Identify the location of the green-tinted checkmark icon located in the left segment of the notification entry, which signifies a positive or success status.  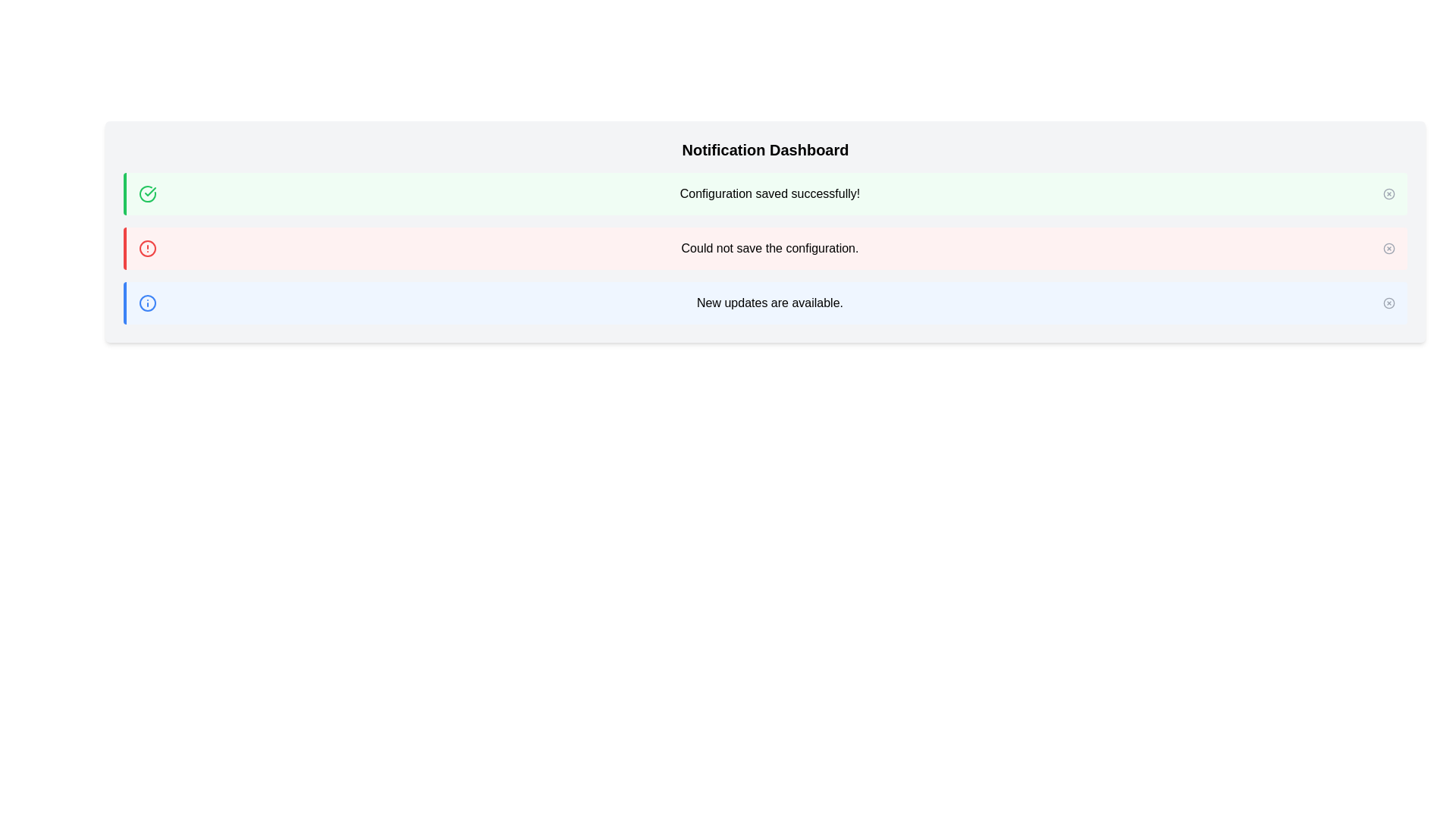
(150, 191).